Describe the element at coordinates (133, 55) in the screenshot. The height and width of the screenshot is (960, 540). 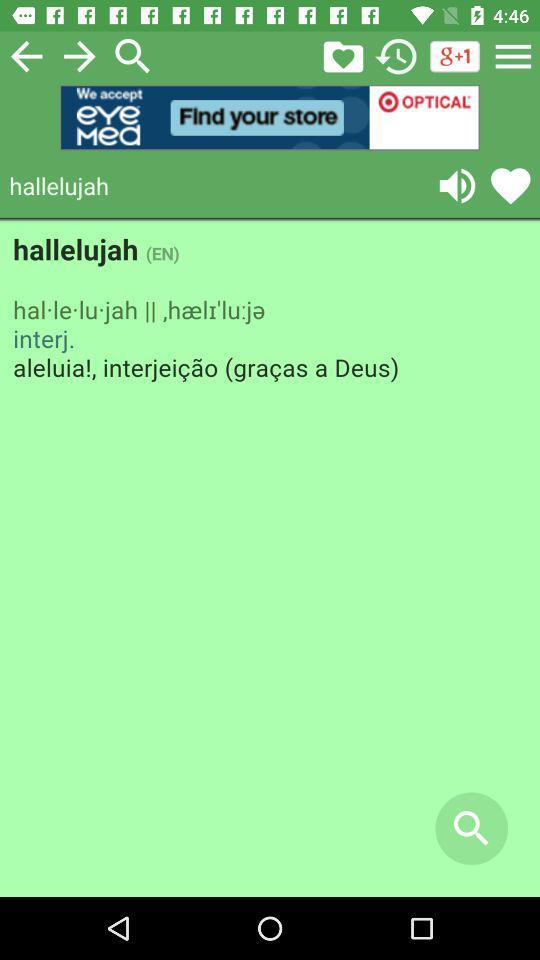
I see `search option` at that location.